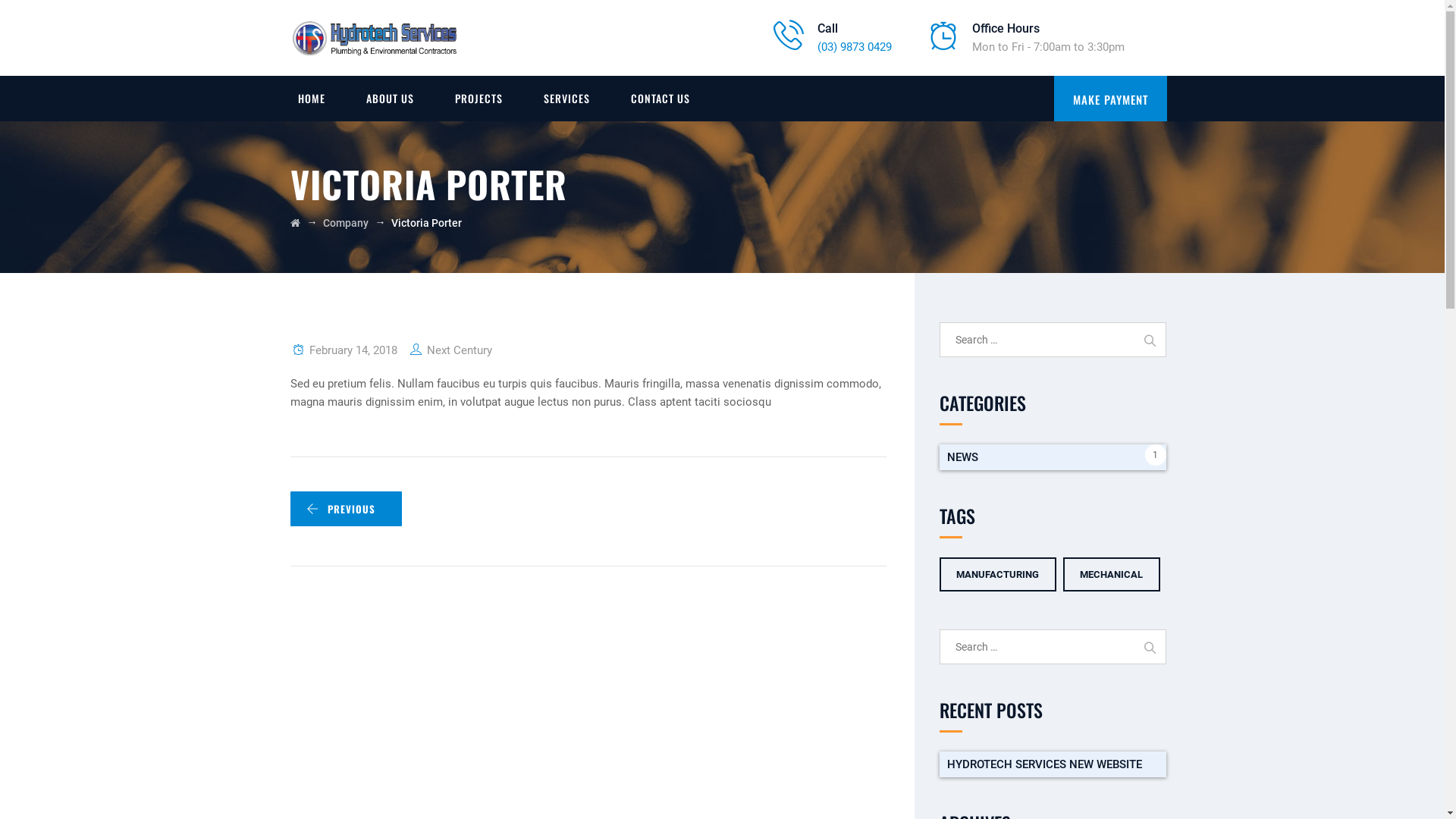 Image resolution: width=1456 pixels, height=819 pixels. I want to click on 'MECHANICAL', so click(1111, 574).